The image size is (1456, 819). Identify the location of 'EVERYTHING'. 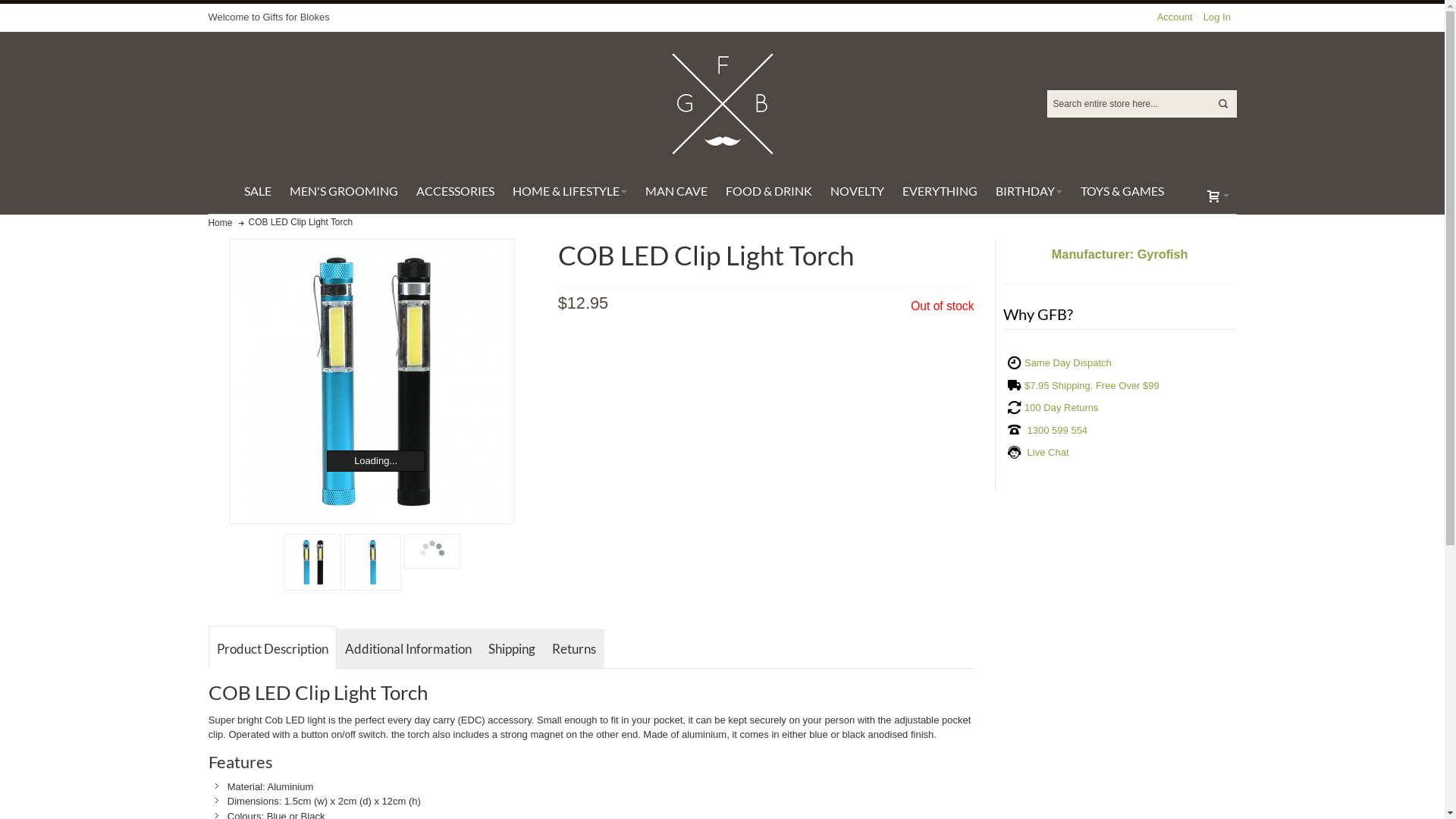
(893, 190).